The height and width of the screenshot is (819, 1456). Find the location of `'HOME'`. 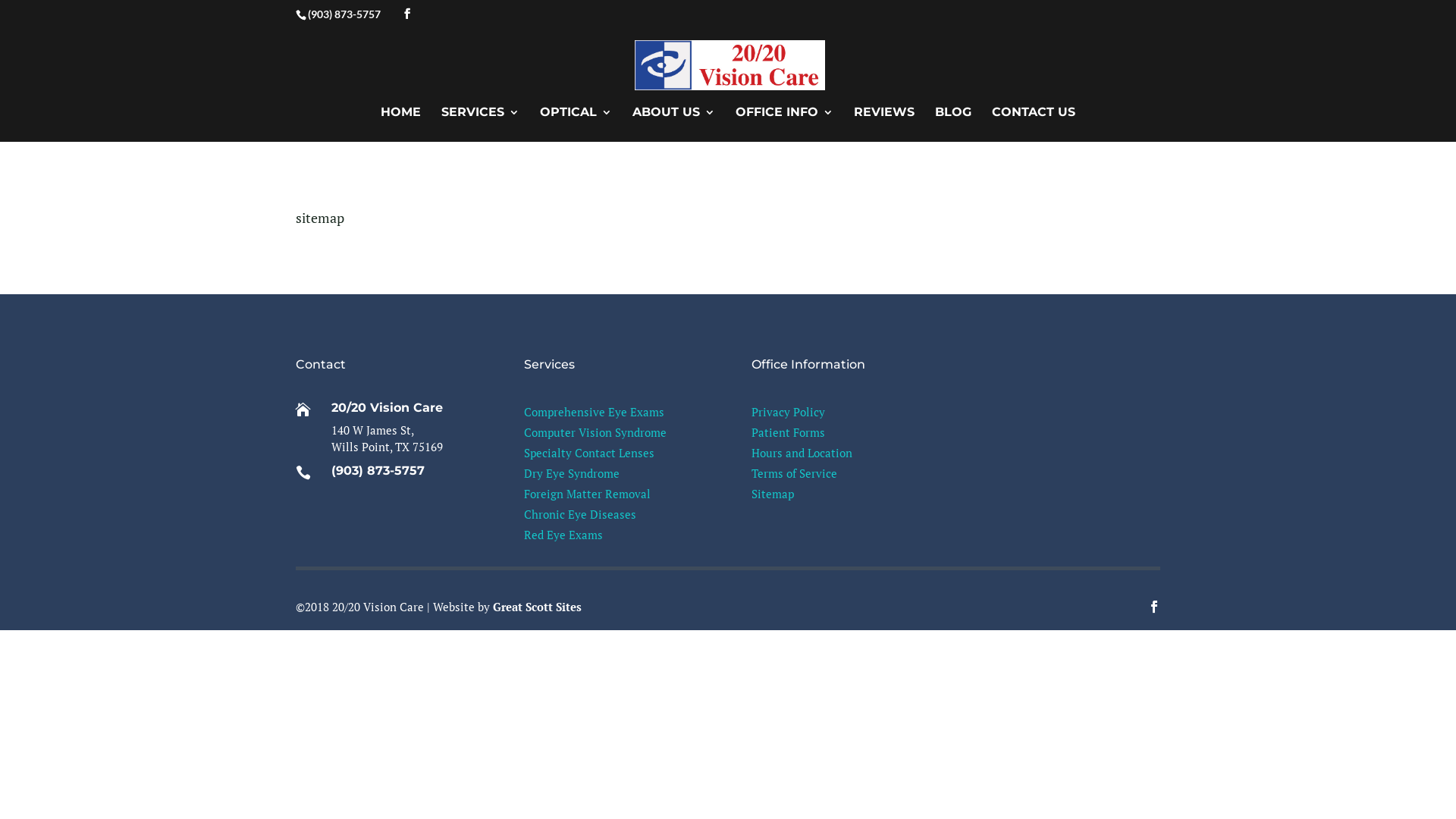

'HOME' is located at coordinates (400, 124).